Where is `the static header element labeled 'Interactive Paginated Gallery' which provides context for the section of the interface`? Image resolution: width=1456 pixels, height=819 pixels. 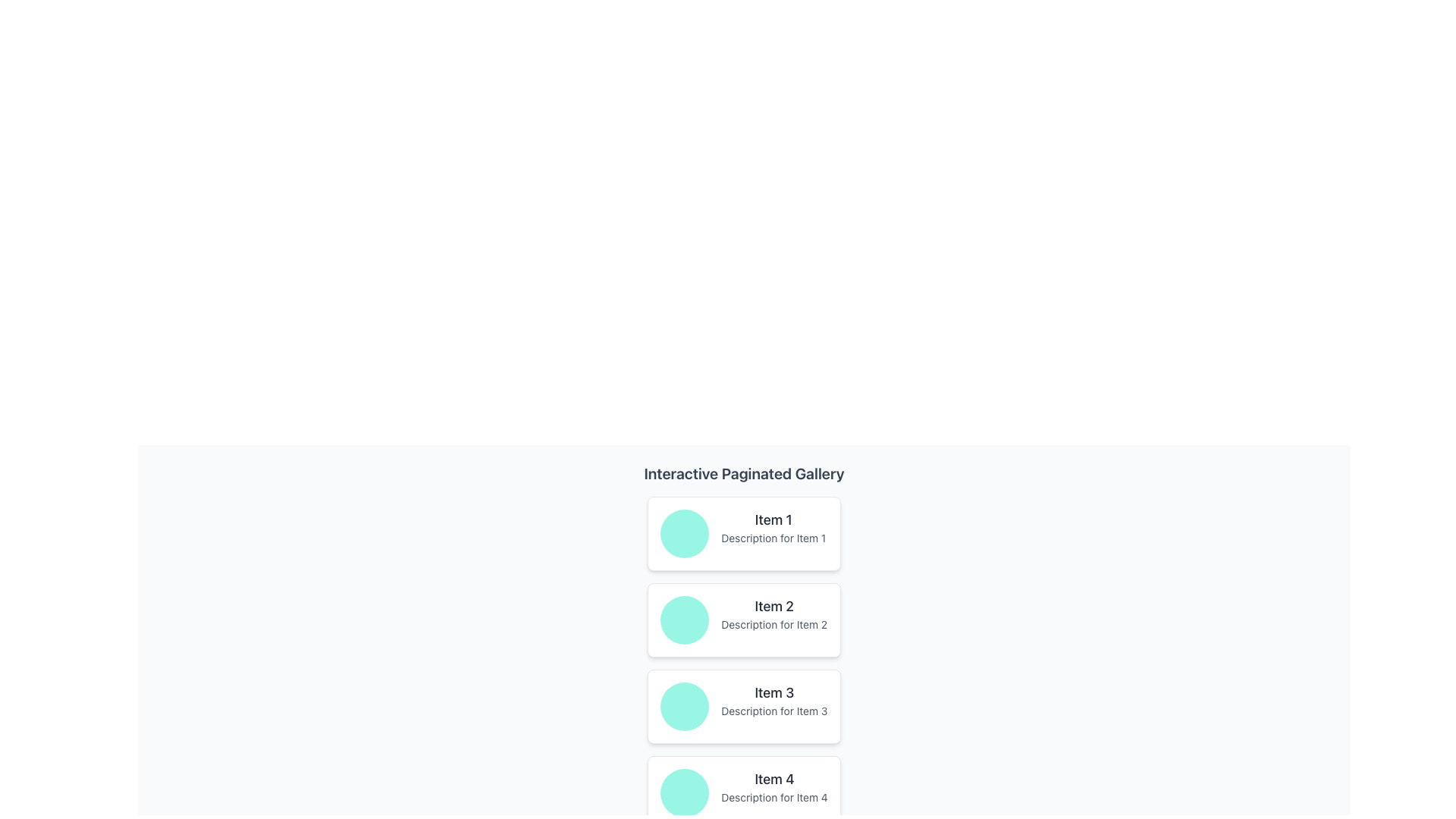
the static header element labeled 'Interactive Paginated Gallery' which provides context for the section of the interface is located at coordinates (744, 472).